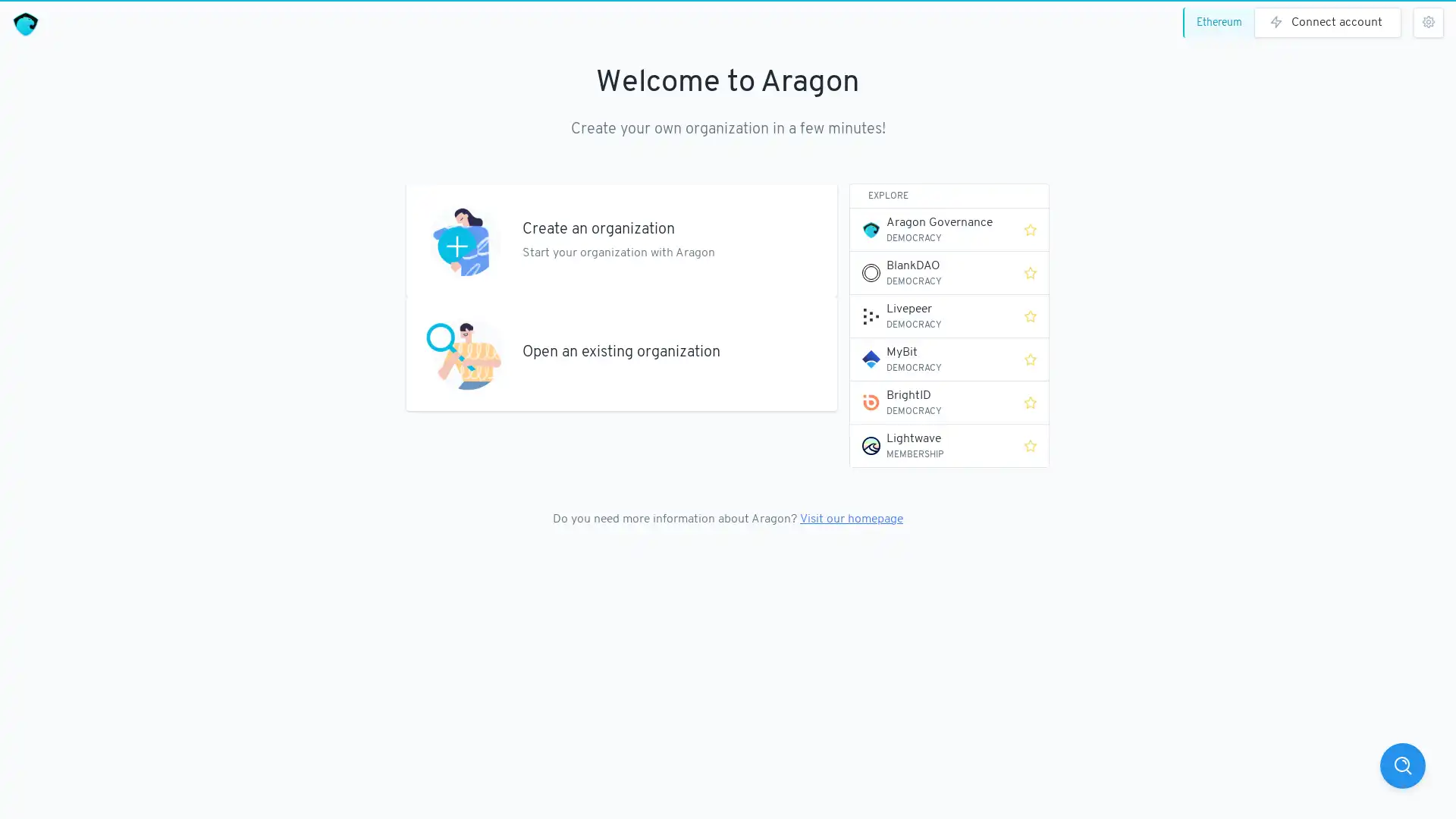 The height and width of the screenshot is (819, 1456). Describe the element at coordinates (930, 230) in the screenshot. I see `Aragon Governance DEMOCRACY` at that location.